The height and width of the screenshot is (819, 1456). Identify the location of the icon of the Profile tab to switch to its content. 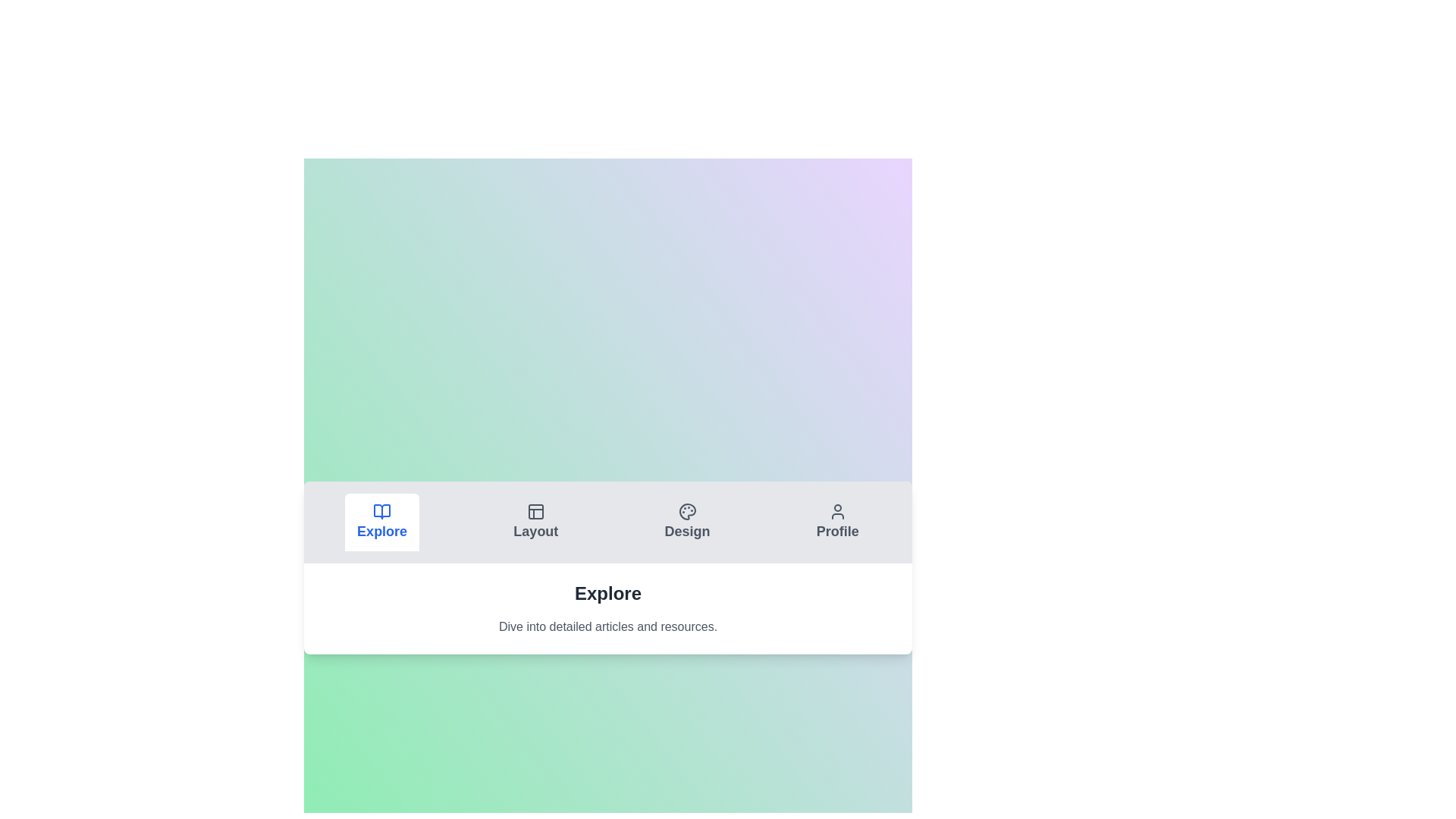
(836, 512).